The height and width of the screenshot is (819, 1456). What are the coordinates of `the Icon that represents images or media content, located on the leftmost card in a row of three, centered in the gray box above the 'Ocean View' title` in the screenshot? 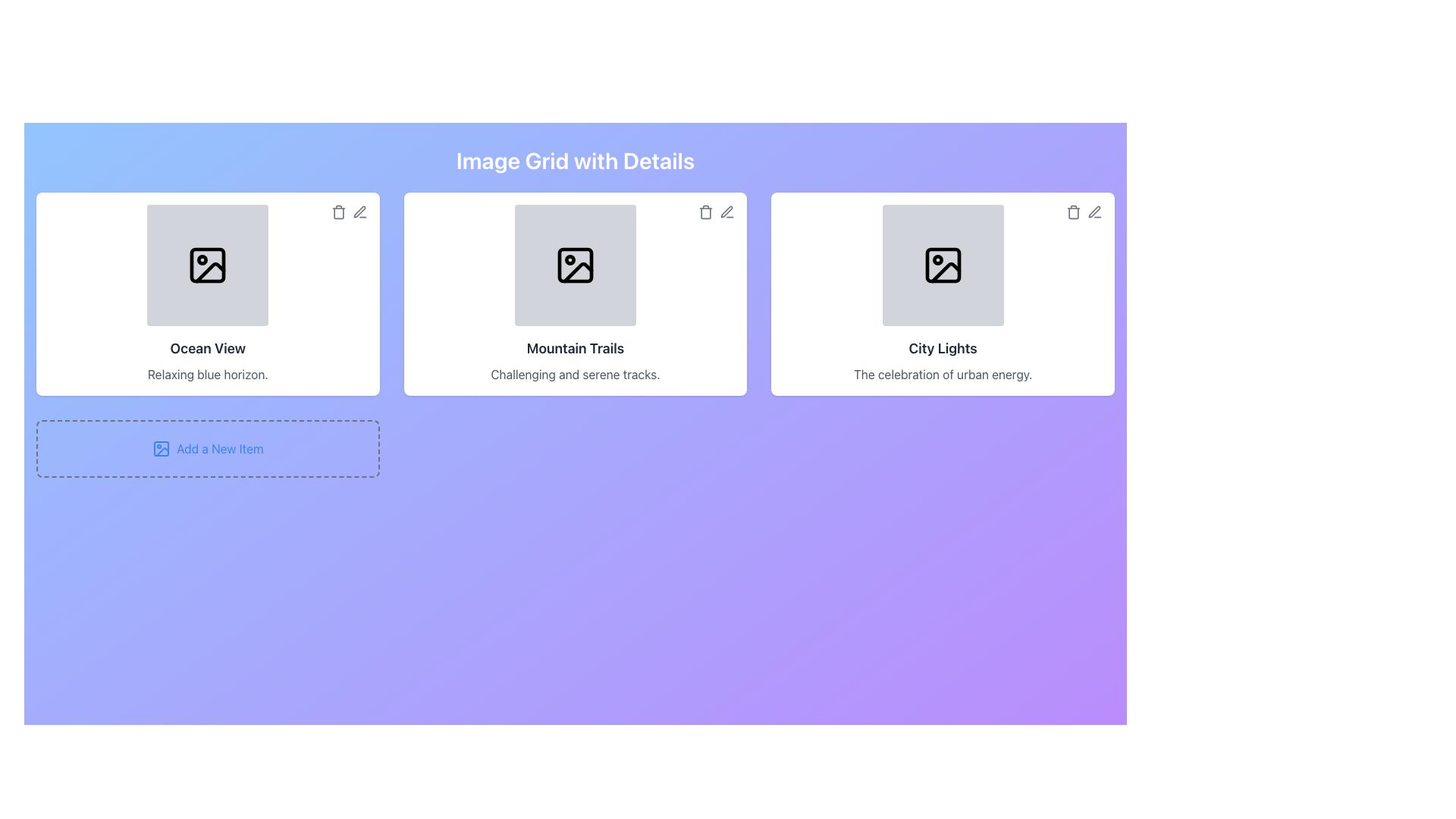 It's located at (207, 265).